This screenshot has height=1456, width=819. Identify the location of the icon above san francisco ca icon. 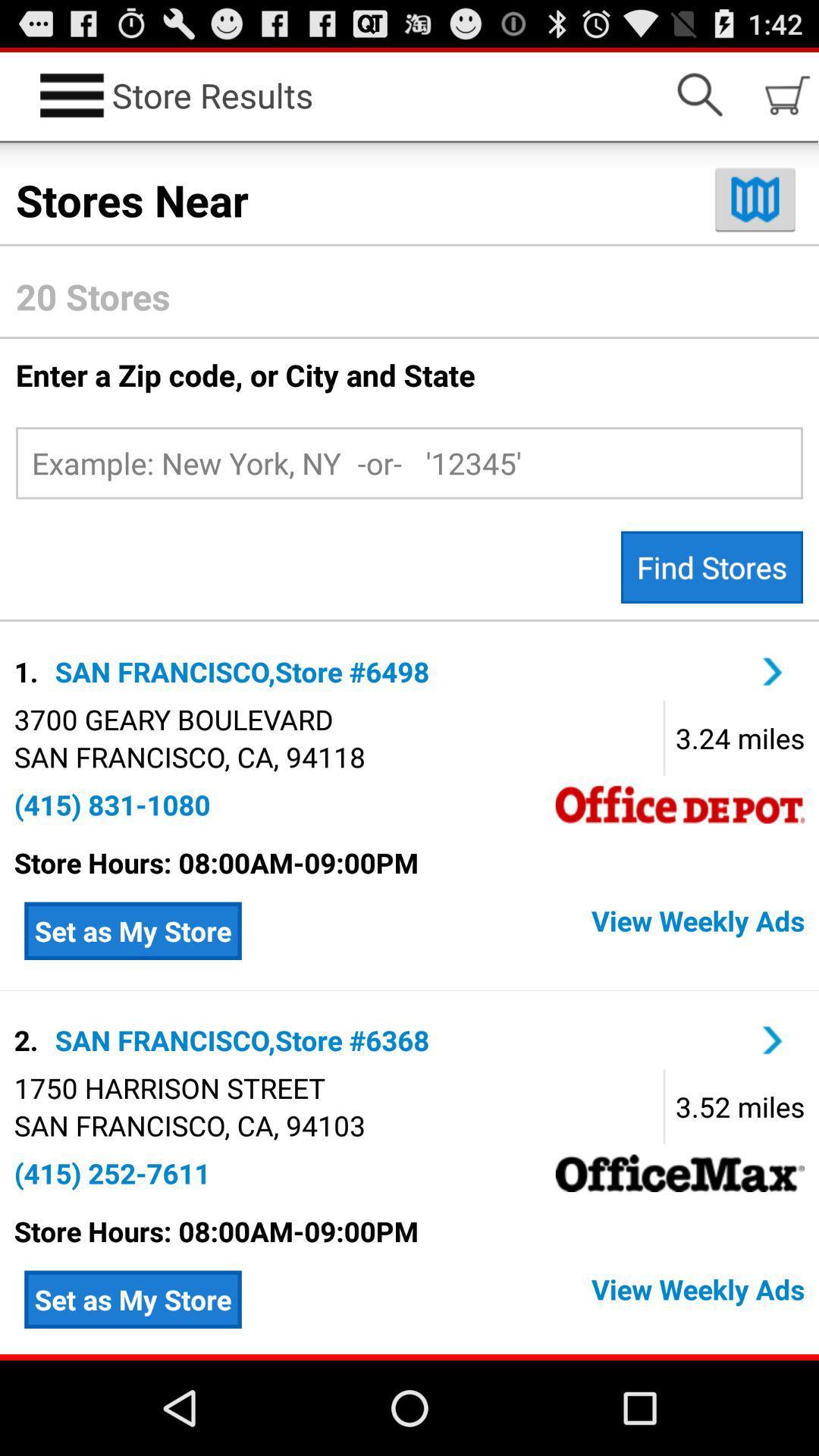
(173, 718).